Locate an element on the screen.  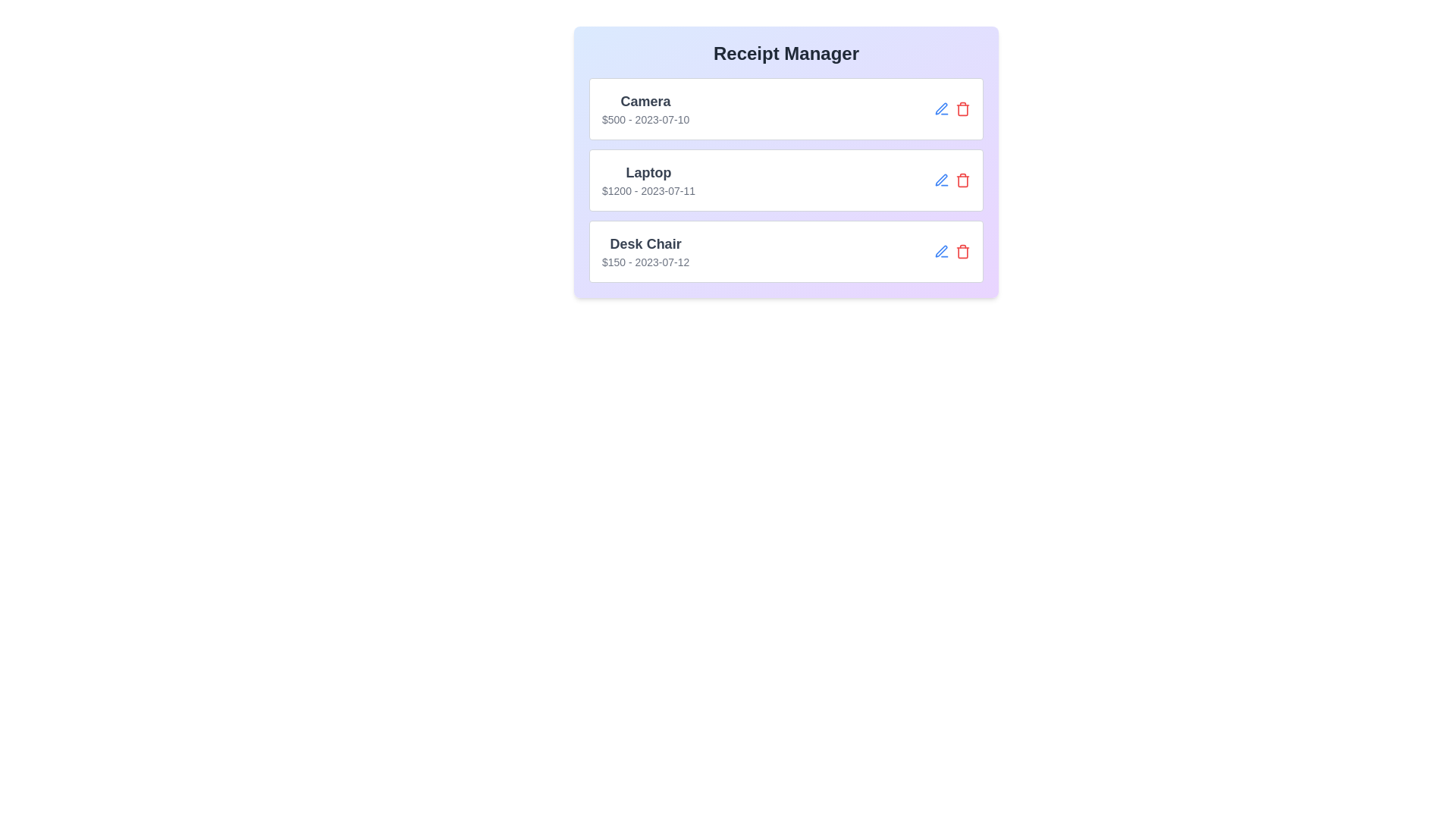
the edit button for the receipt entry corresponding to Camera is located at coordinates (941, 108).